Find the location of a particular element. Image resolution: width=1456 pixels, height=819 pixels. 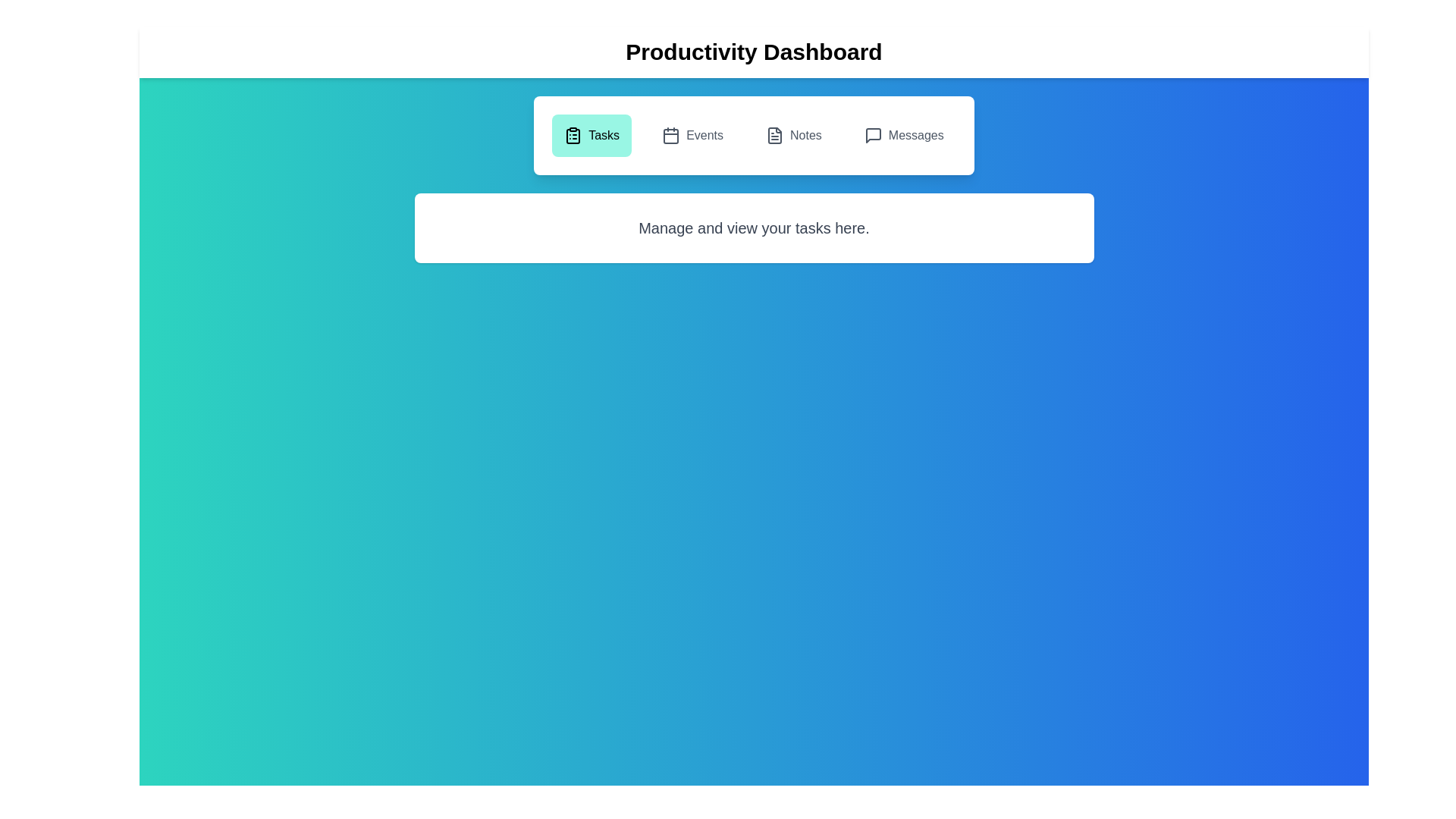

the Notes tab is located at coordinates (792, 134).